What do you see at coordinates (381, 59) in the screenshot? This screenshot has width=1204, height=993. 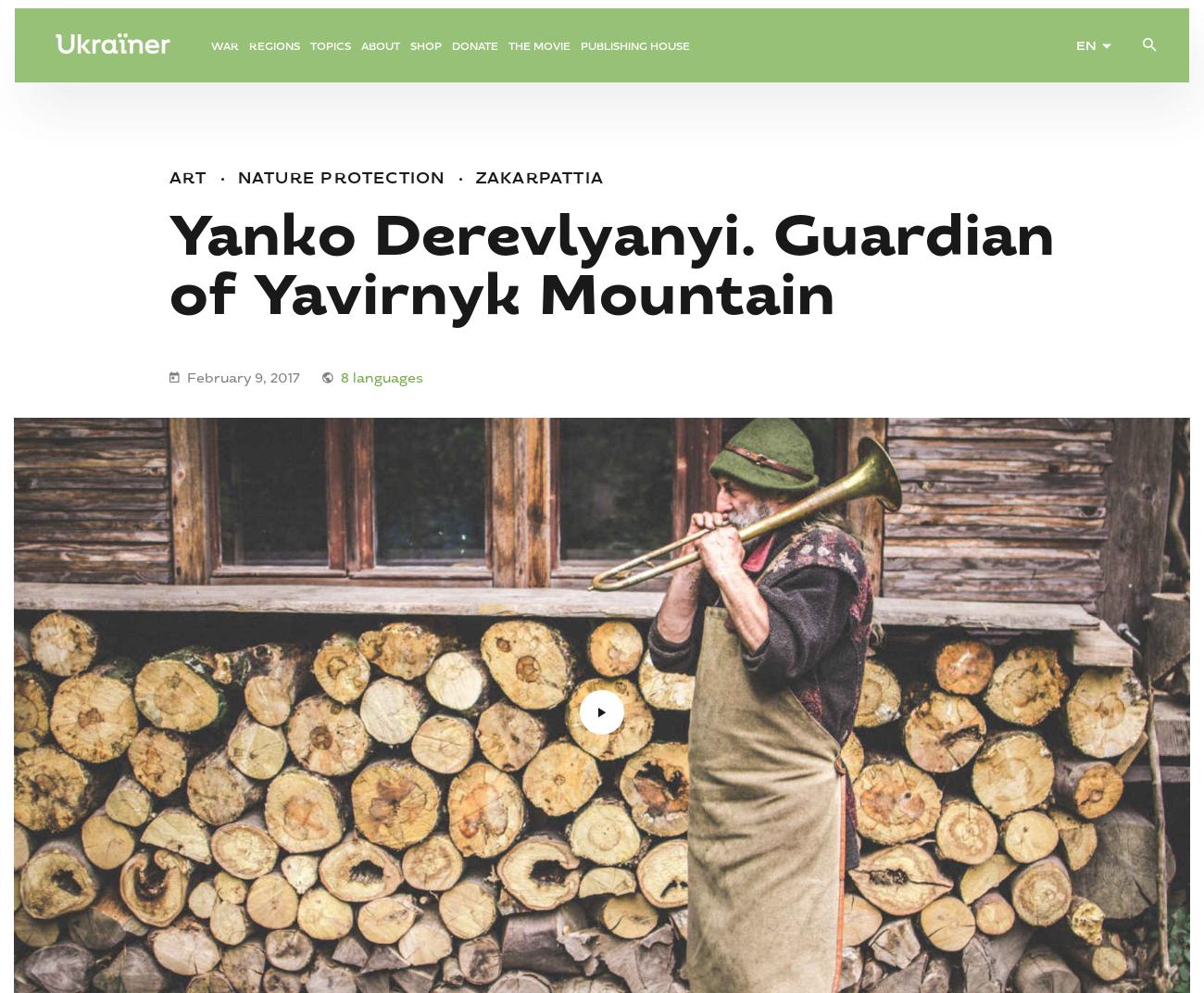 I see `'About'` at bounding box center [381, 59].